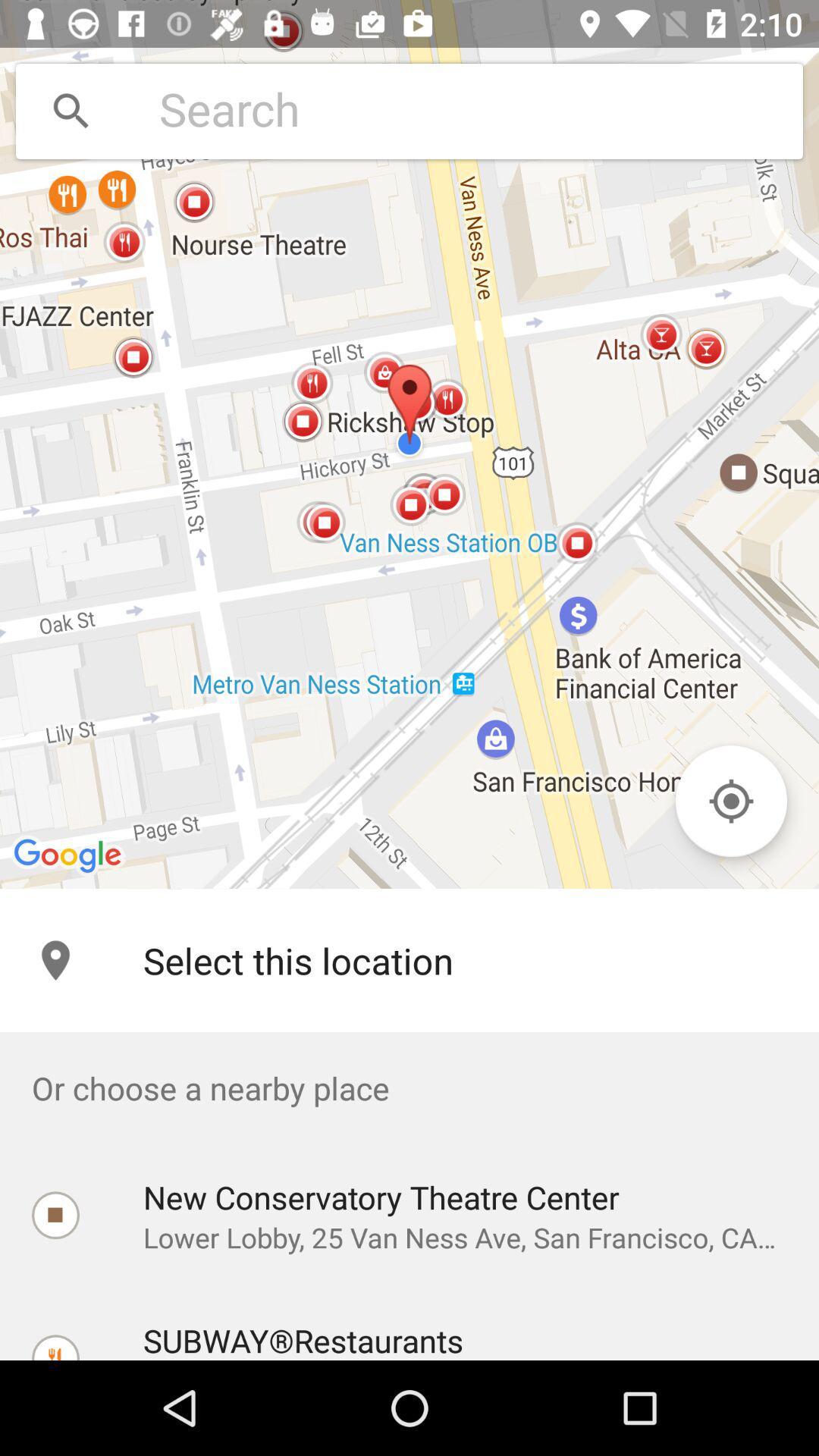 The height and width of the screenshot is (1456, 819). Describe the element at coordinates (409, 444) in the screenshot. I see `the icon above the select this location` at that location.